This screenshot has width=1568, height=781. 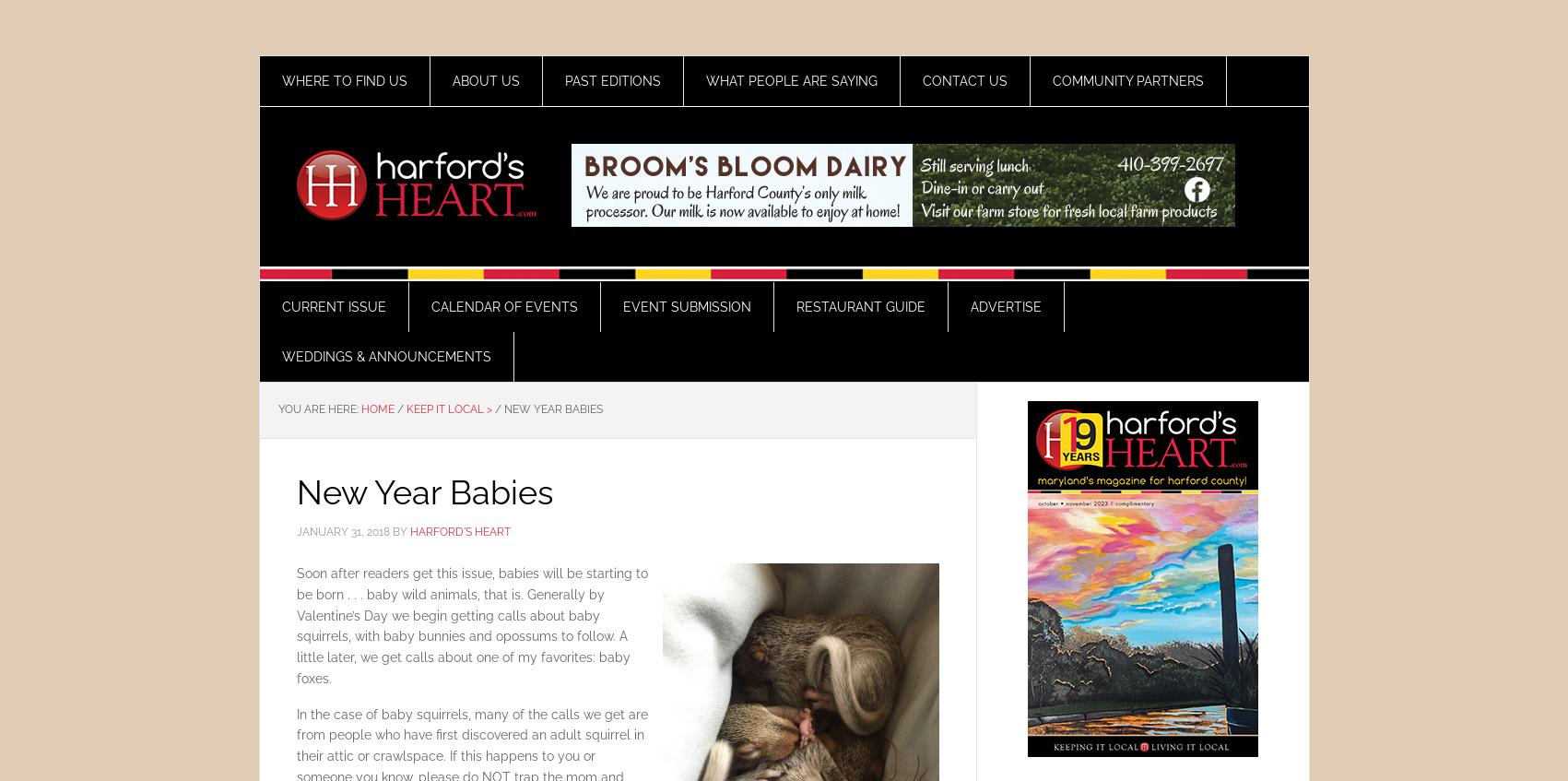 I want to click on 'Restaurant Guide', so click(x=858, y=307).